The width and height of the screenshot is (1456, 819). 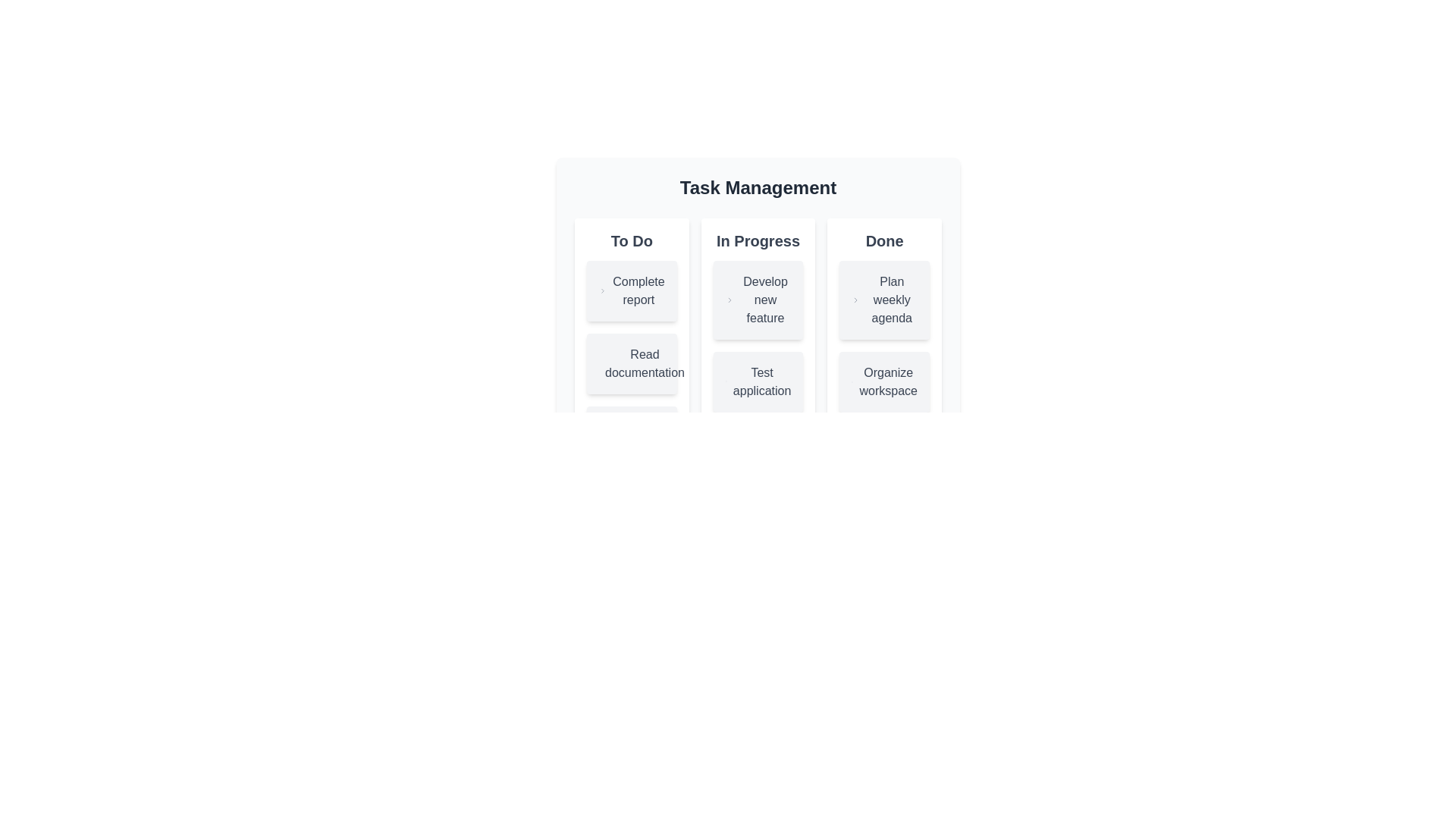 I want to click on the text label that serves as a title for the task within the 'In Progress' column, located beneath the 'Develop new feature' card, so click(x=762, y=381).